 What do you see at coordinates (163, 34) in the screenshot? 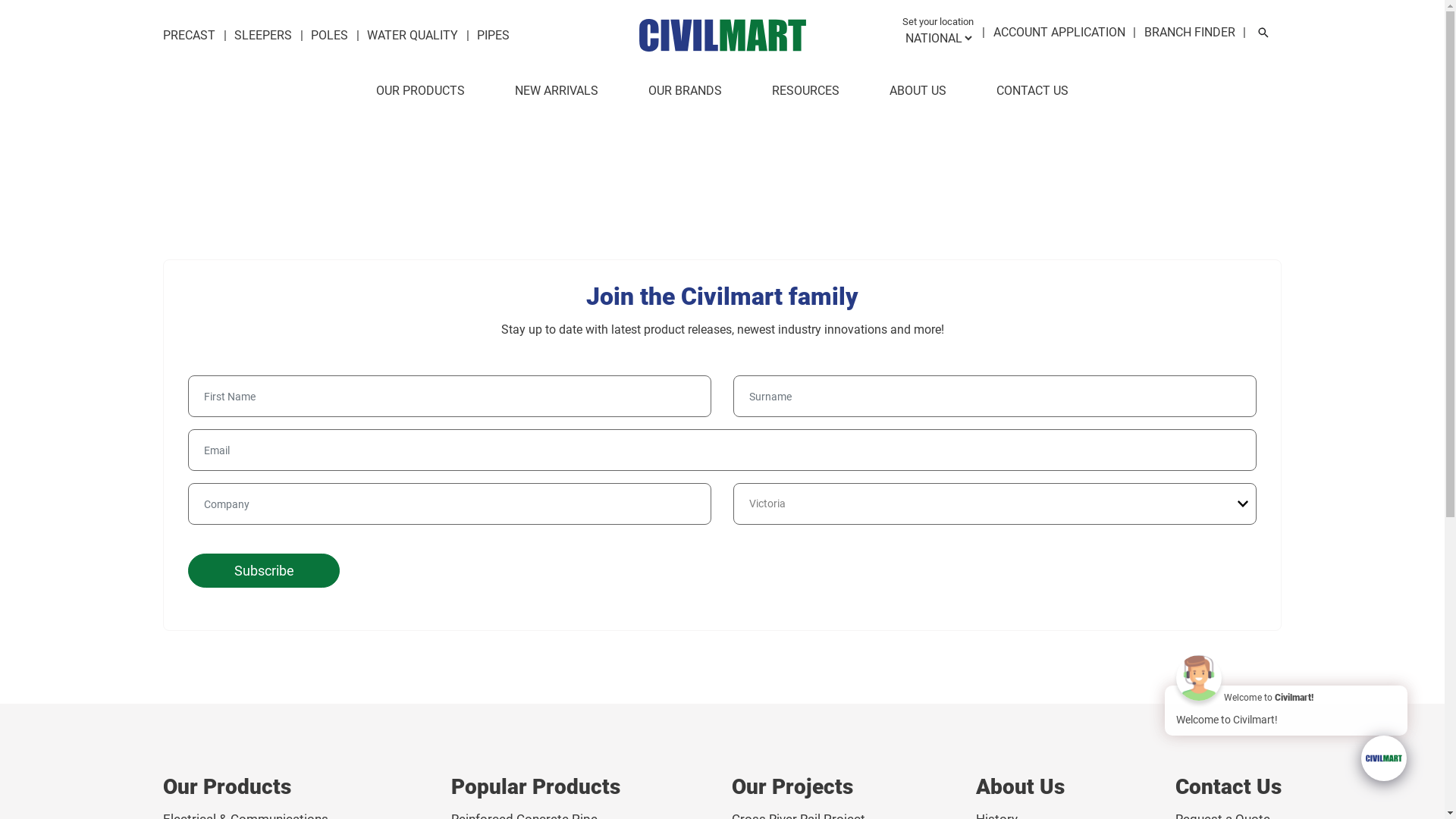
I see `'PRECAST'` at bounding box center [163, 34].